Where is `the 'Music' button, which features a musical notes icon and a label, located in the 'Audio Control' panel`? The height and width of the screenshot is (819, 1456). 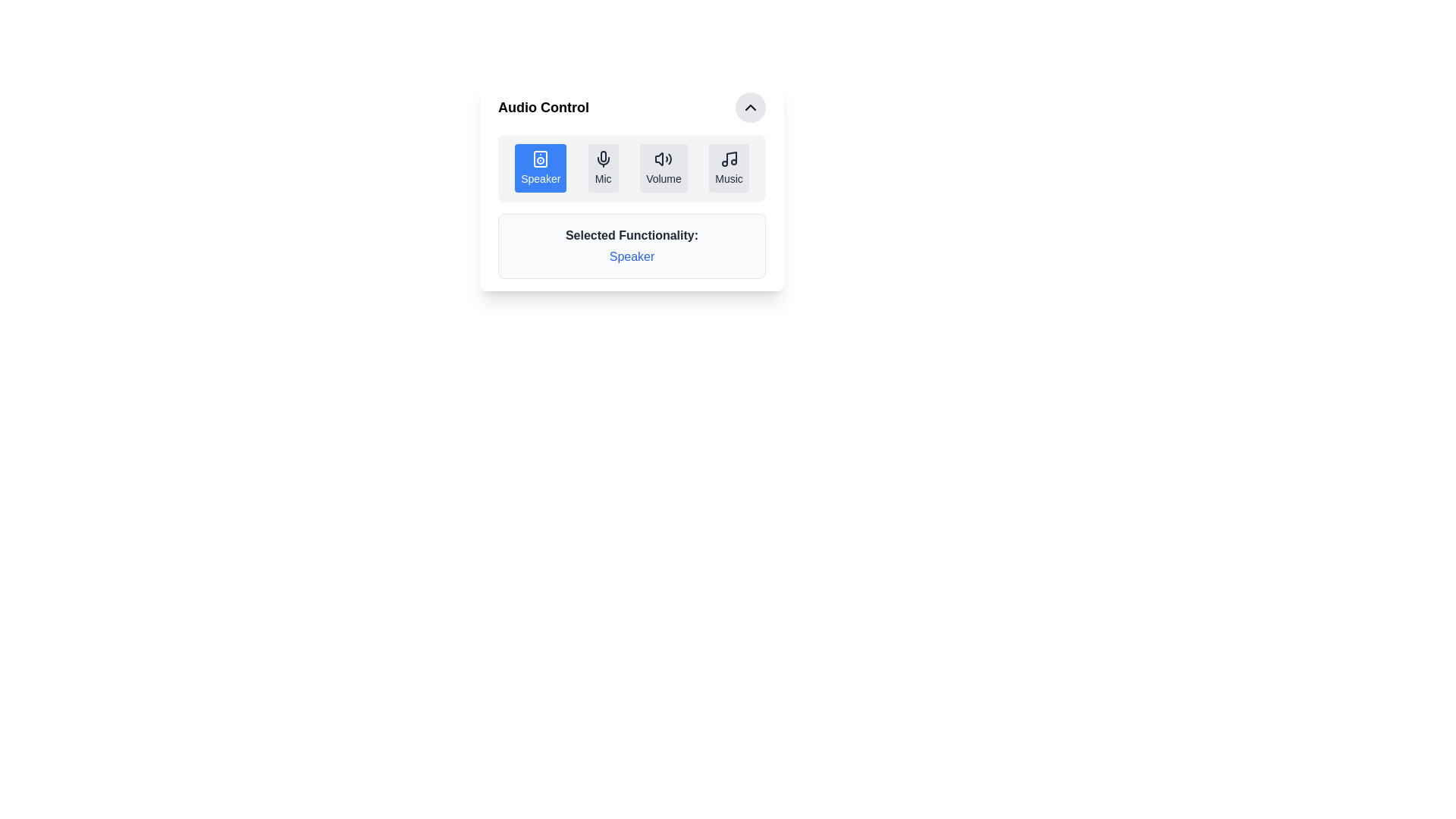 the 'Music' button, which features a musical notes icon and a label, located in the 'Audio Control' panel is located at coordinates (729, 168).